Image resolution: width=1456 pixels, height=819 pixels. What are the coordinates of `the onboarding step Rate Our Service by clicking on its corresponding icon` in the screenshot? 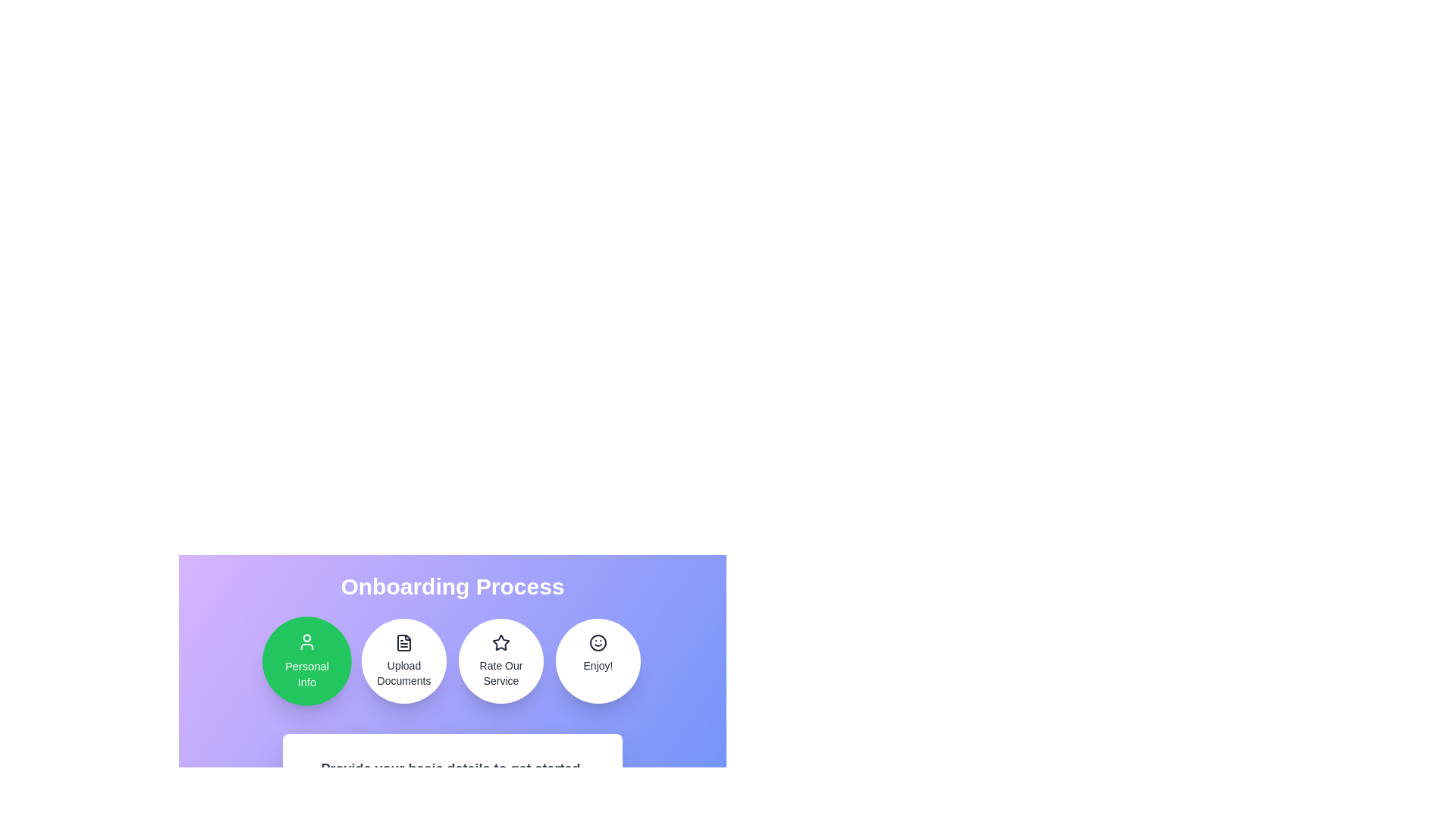 It's located at (501, 660).